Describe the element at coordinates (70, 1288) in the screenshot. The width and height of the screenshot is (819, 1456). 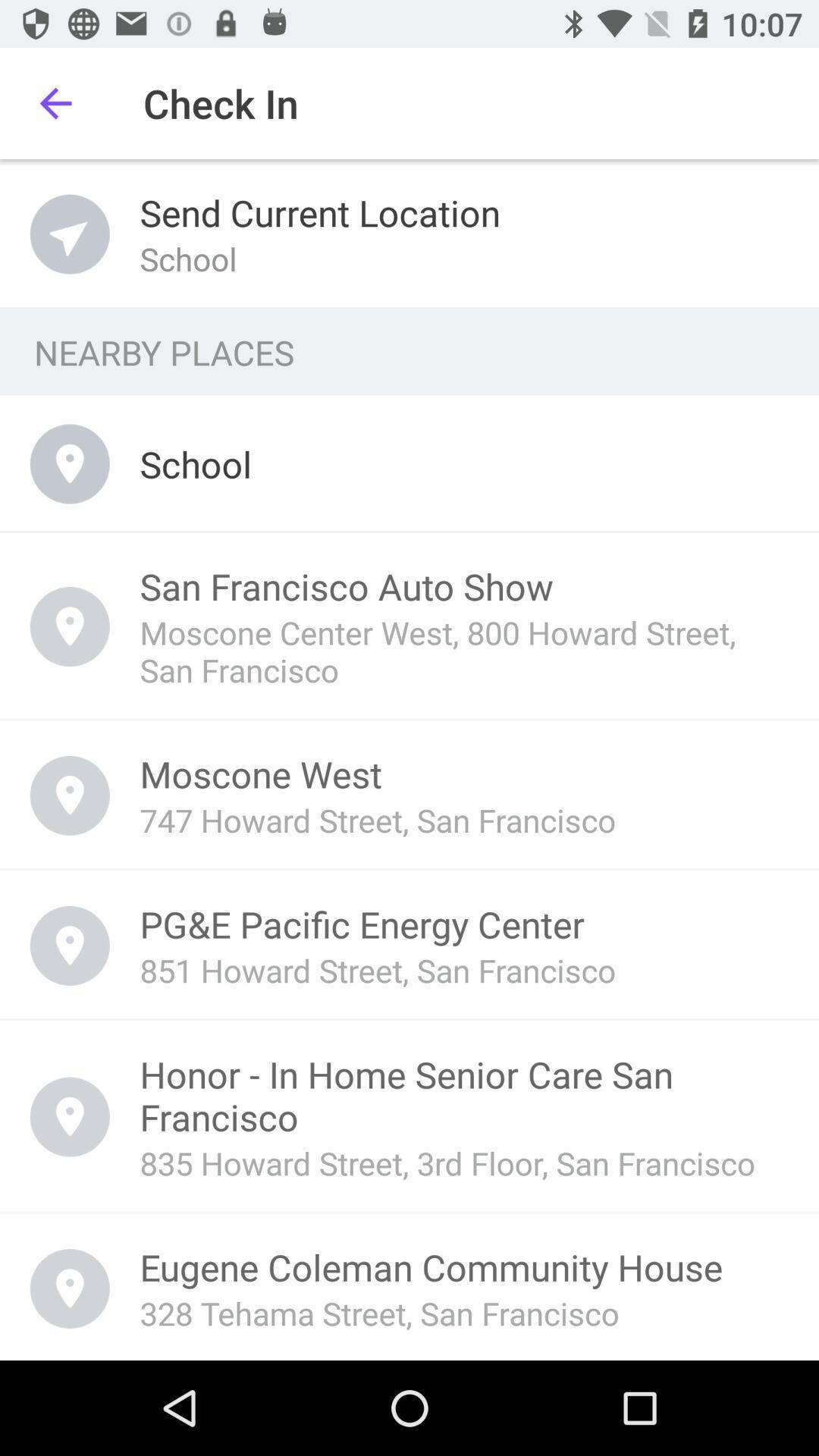
I see `left of last option` at that location.